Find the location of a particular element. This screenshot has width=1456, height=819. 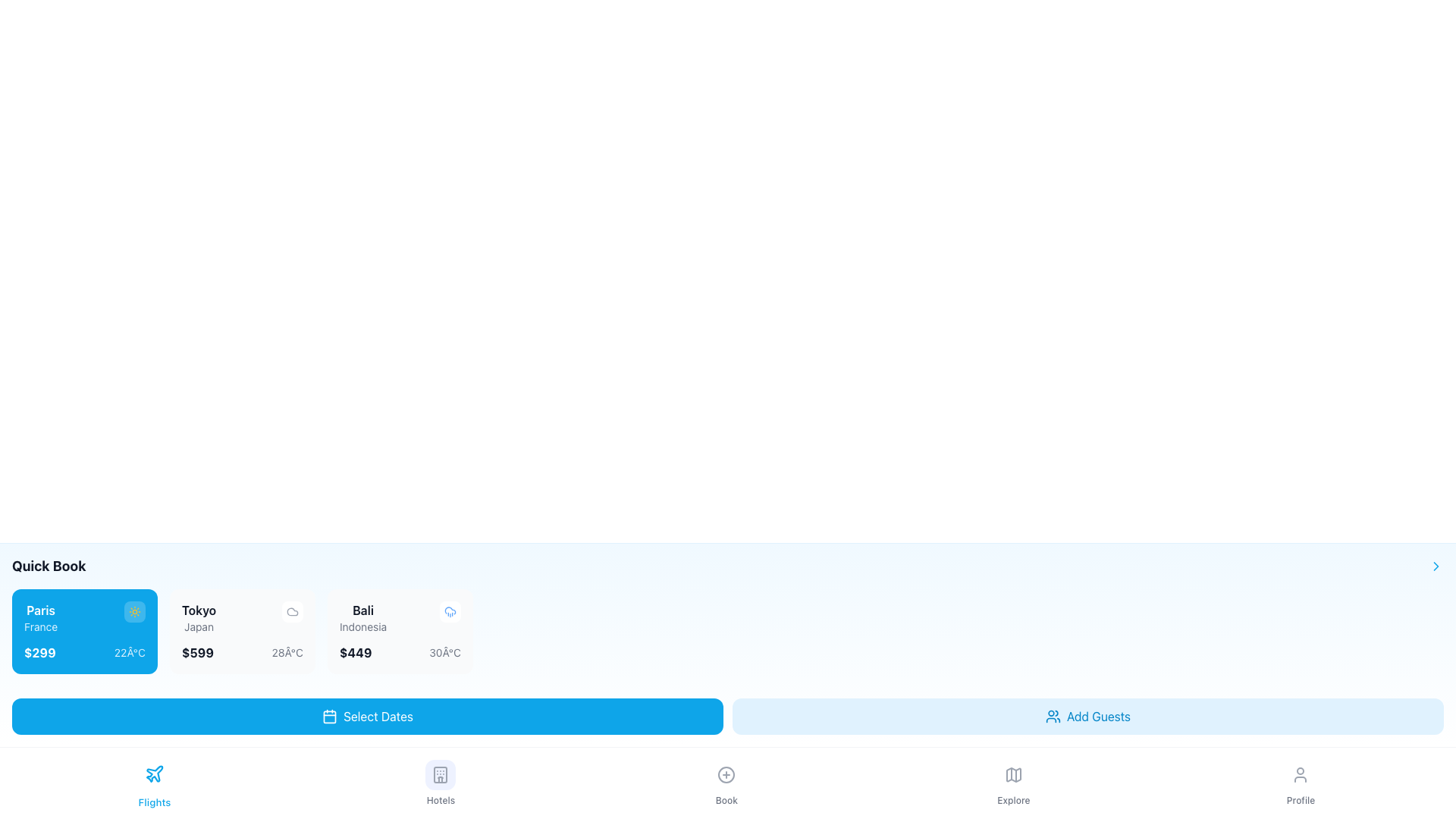

displayed price from the text label indicating the cost for the Paris option in the Quick Book interface, located at the bottom-left corner of its card is located at coordinates (39, 651).